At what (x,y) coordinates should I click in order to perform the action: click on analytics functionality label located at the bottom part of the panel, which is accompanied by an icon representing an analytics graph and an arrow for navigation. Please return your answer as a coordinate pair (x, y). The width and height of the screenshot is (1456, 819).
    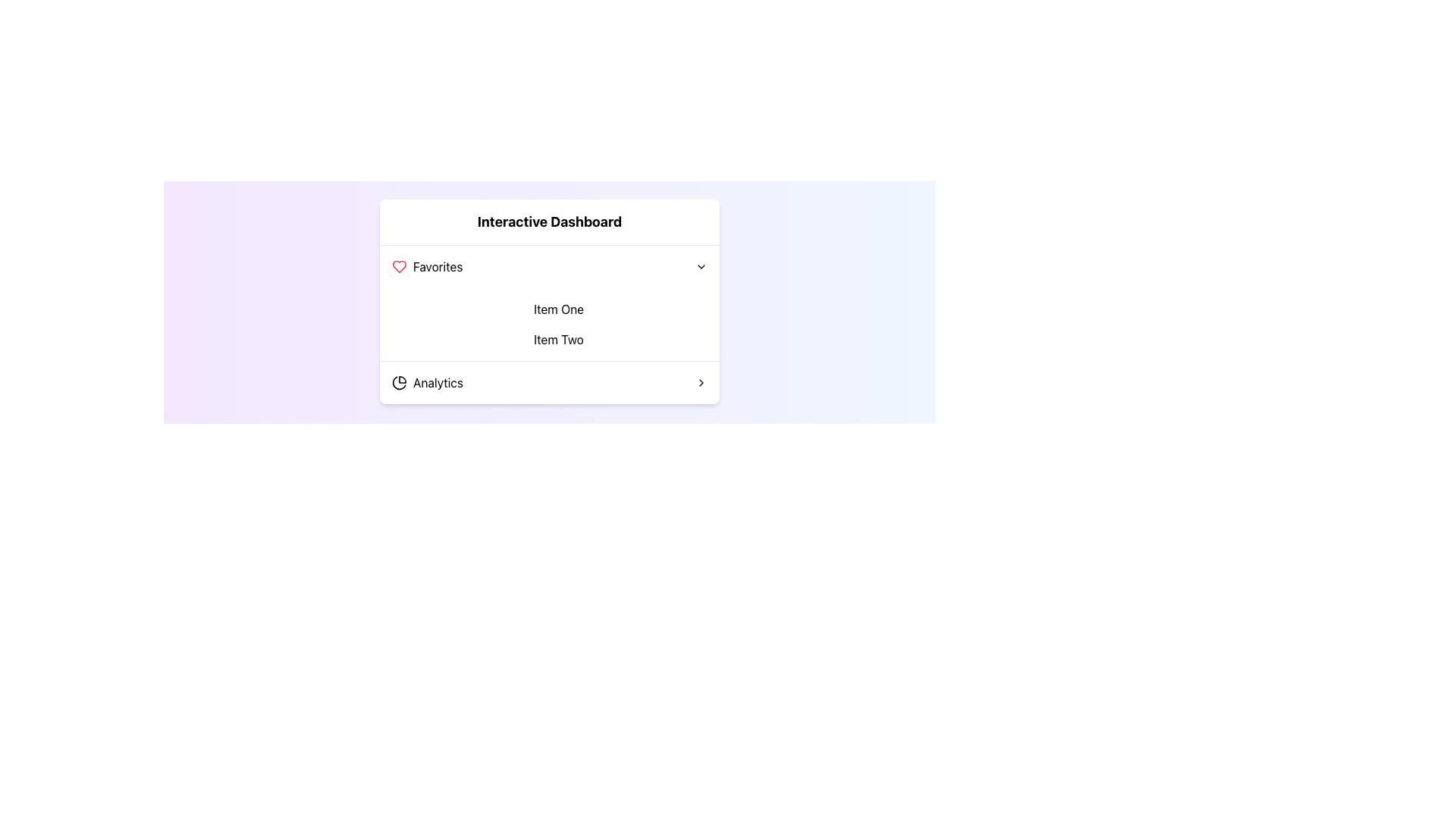
    Looking at the image, I should click on (437, 382).